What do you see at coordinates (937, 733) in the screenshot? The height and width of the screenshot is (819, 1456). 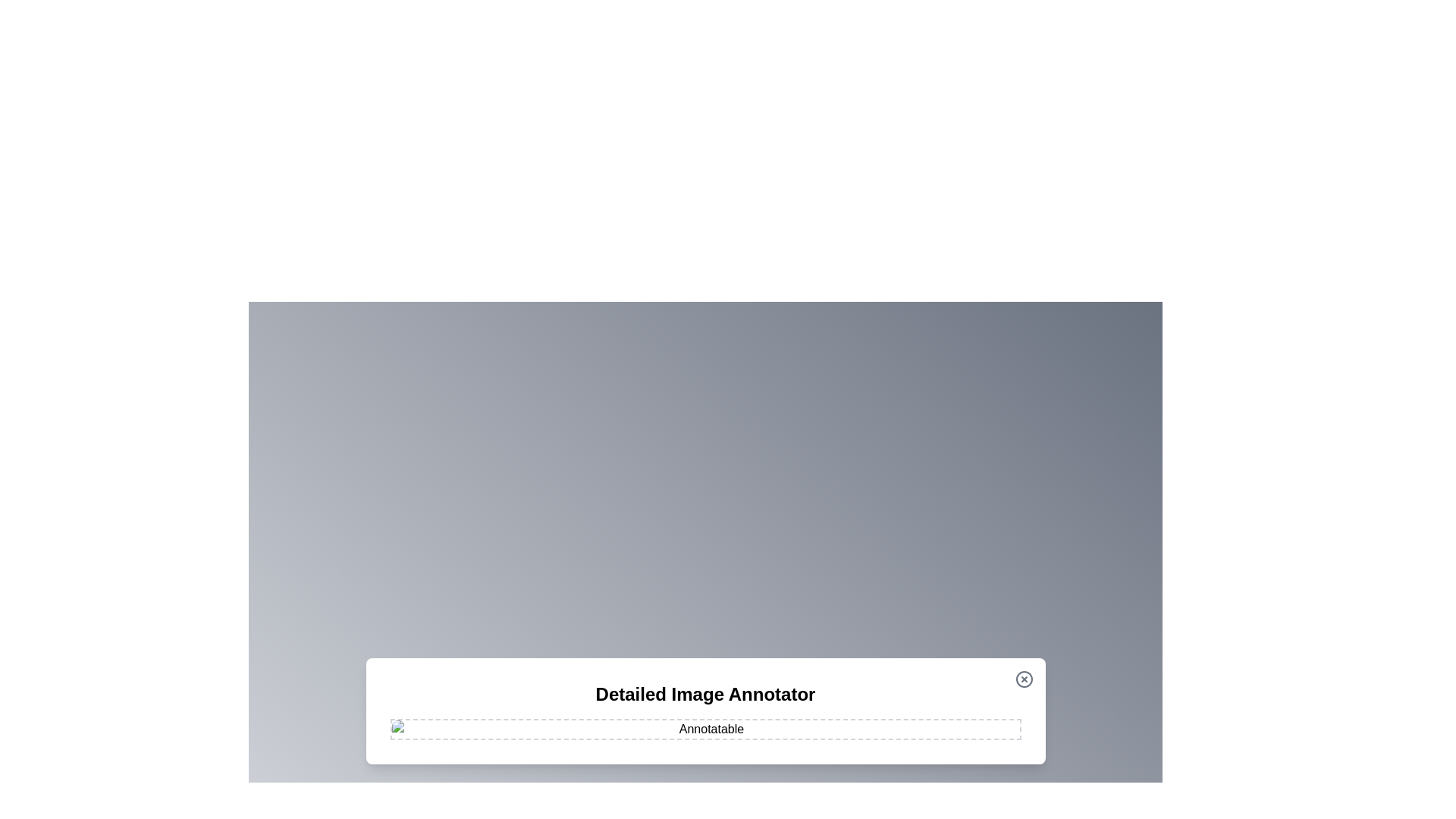 I see `the image at coordinates (1237, 968) to add an annotation` at bounding box center [937, 733].